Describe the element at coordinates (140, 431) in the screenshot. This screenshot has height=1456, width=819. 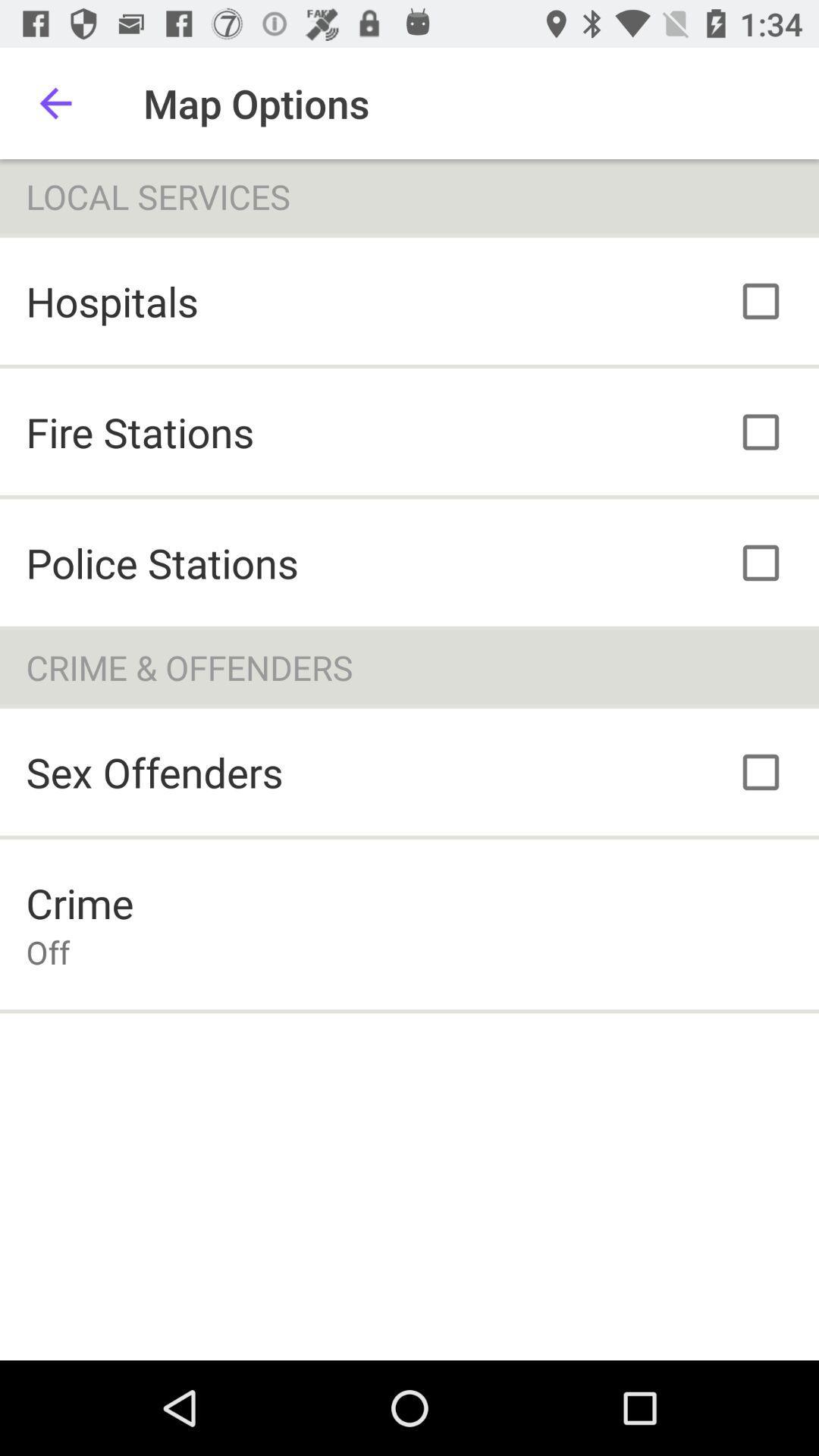
I see `fire stations item` at that location.